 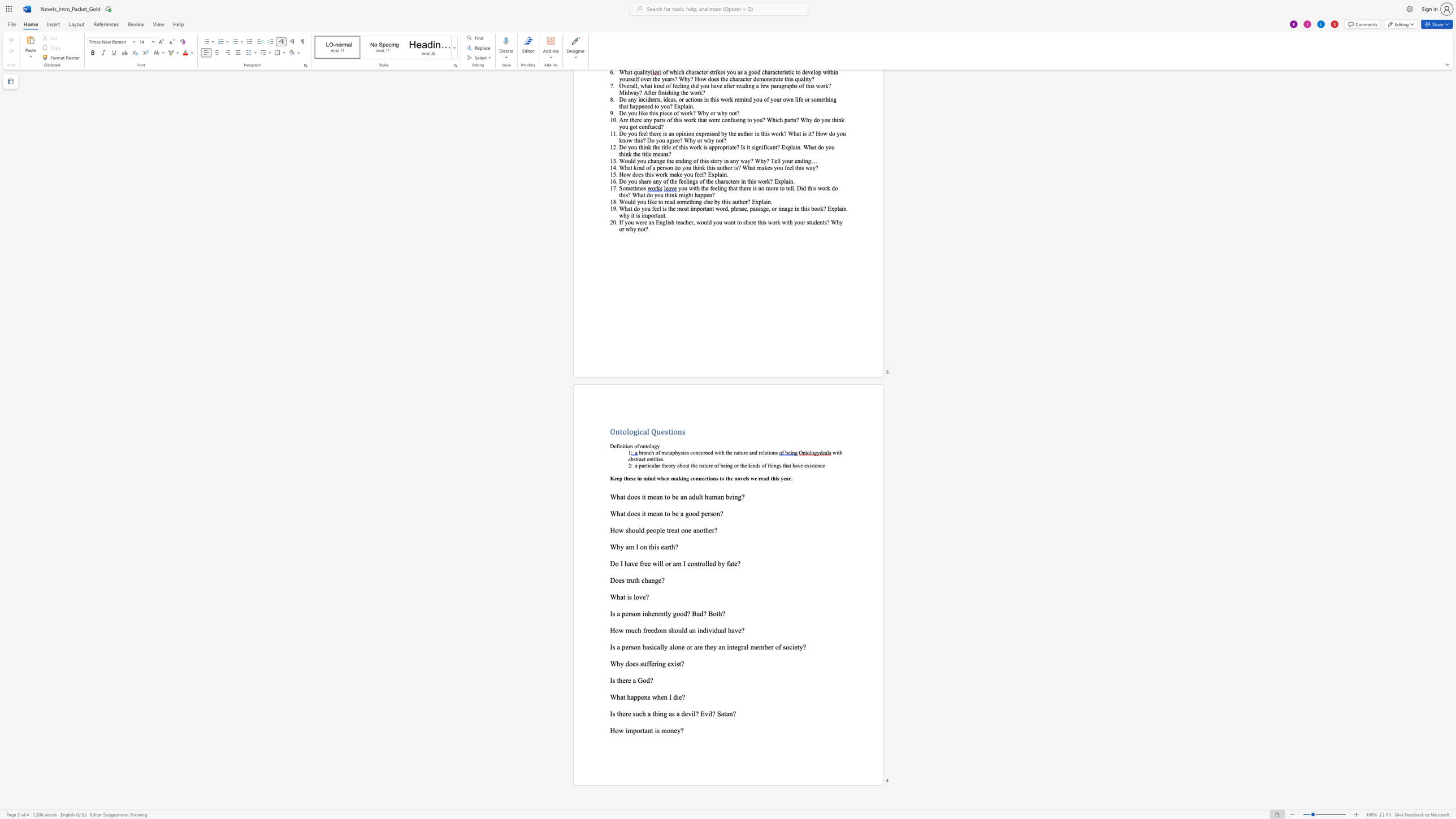 I want to click on the 1th character "f" in the text, so click(x=643, y=630).